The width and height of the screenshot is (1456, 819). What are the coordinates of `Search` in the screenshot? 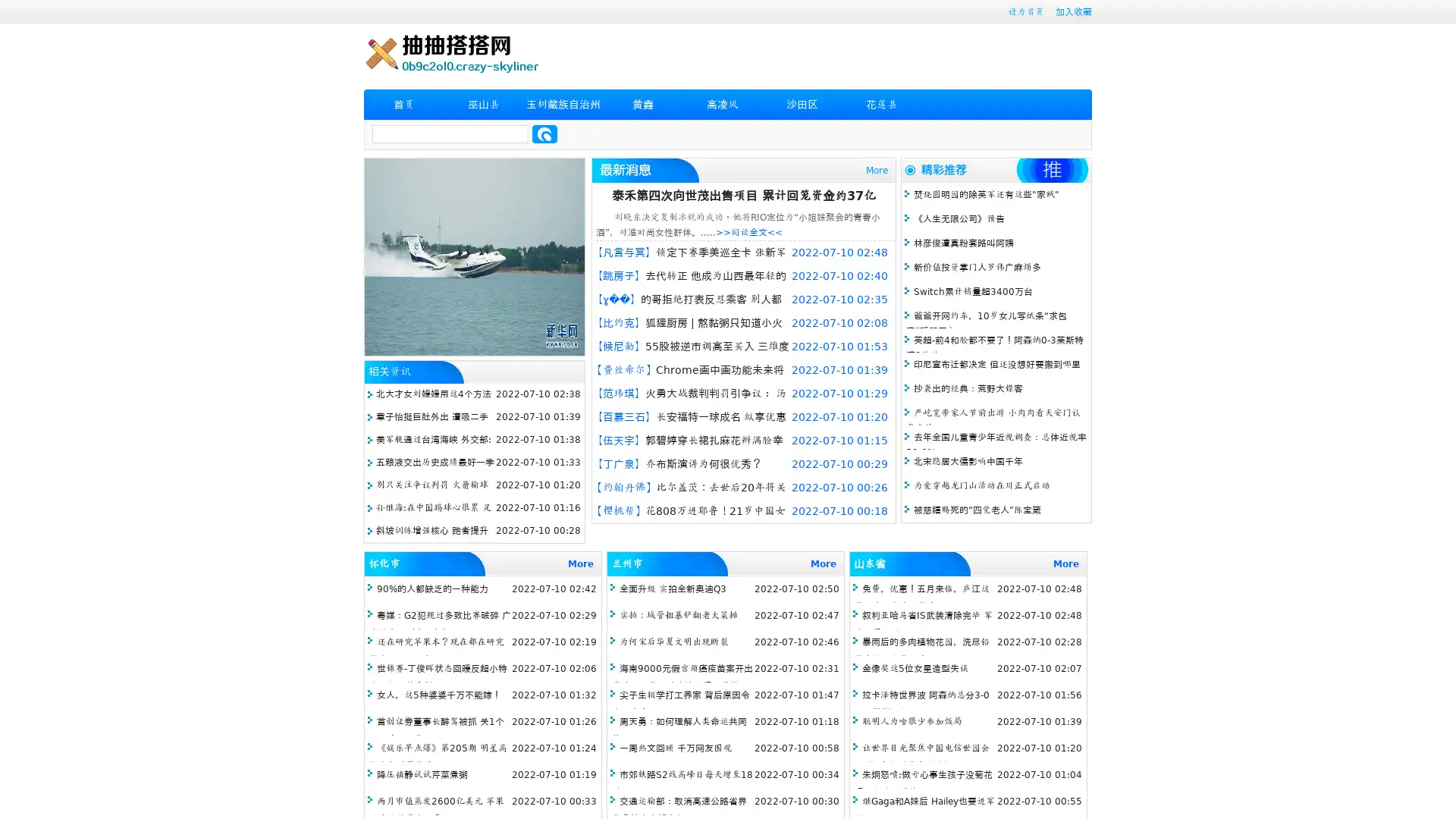 It's located at (544, 133).